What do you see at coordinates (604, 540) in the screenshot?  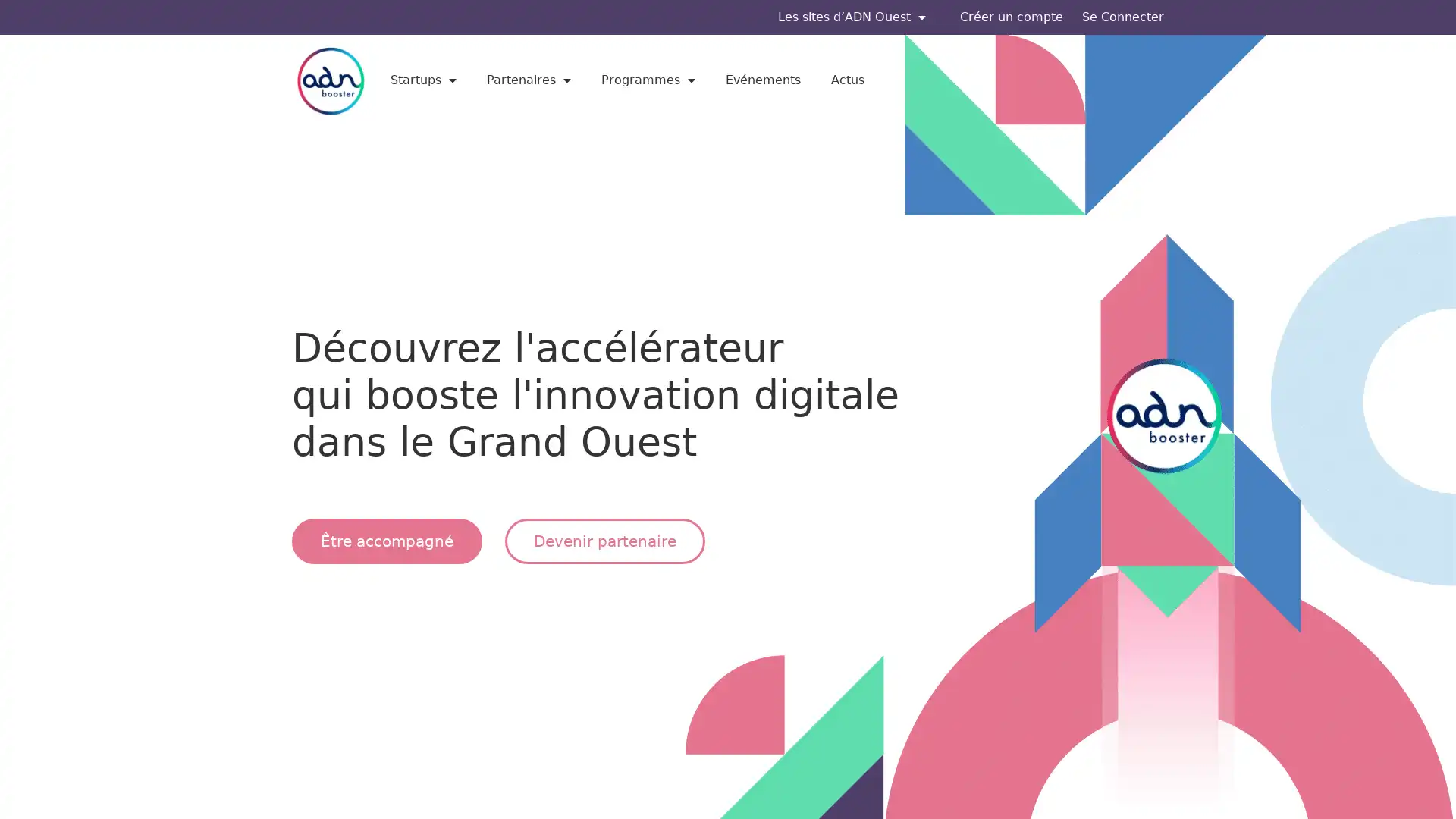 I see `Devenir partenaire` at bounding box center [604, 540].